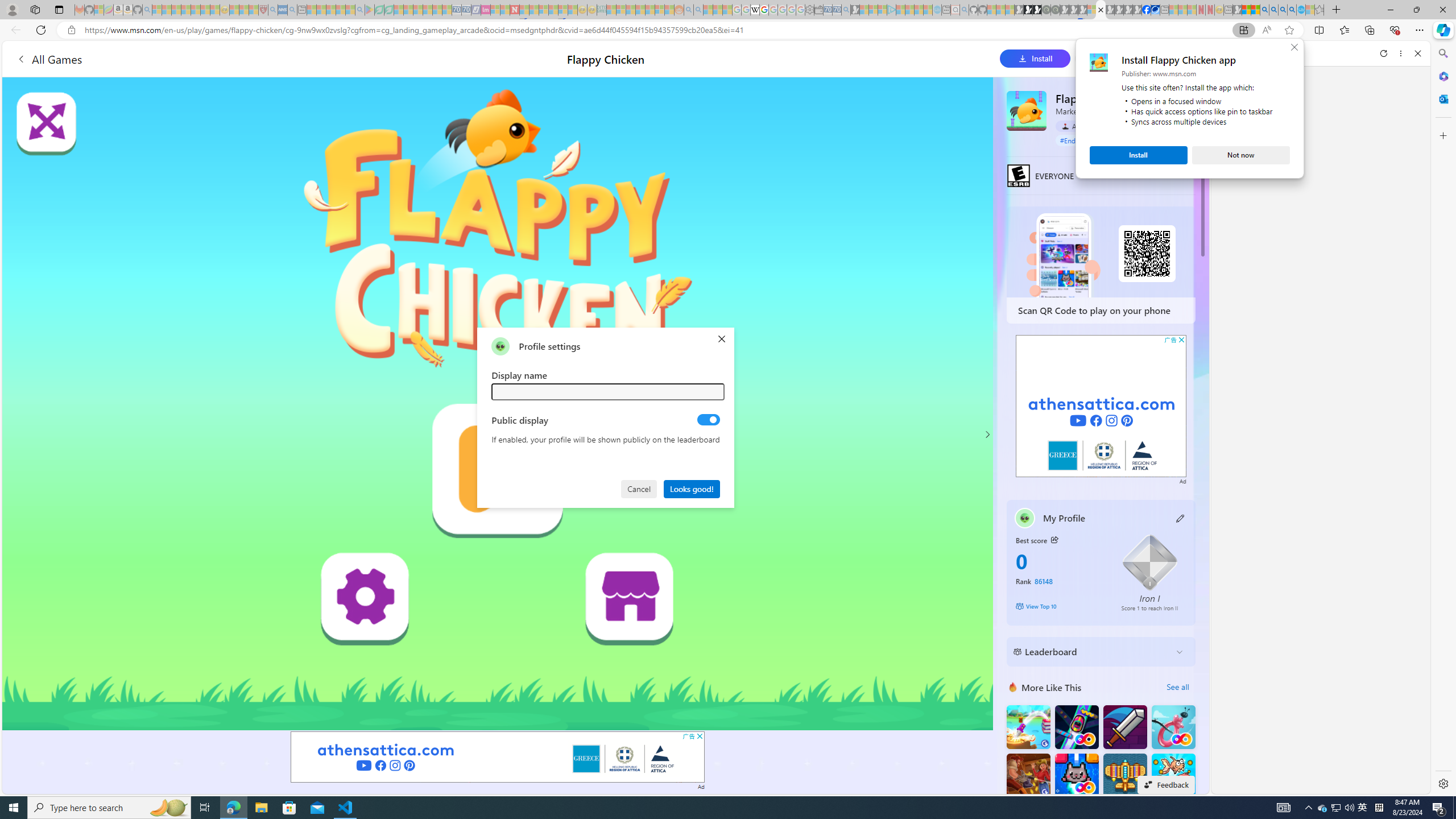 The image size is (1456, 819). Describe the element at coordinates (692, 487) in the screenshot. I see `'Looks good!'` at that location.